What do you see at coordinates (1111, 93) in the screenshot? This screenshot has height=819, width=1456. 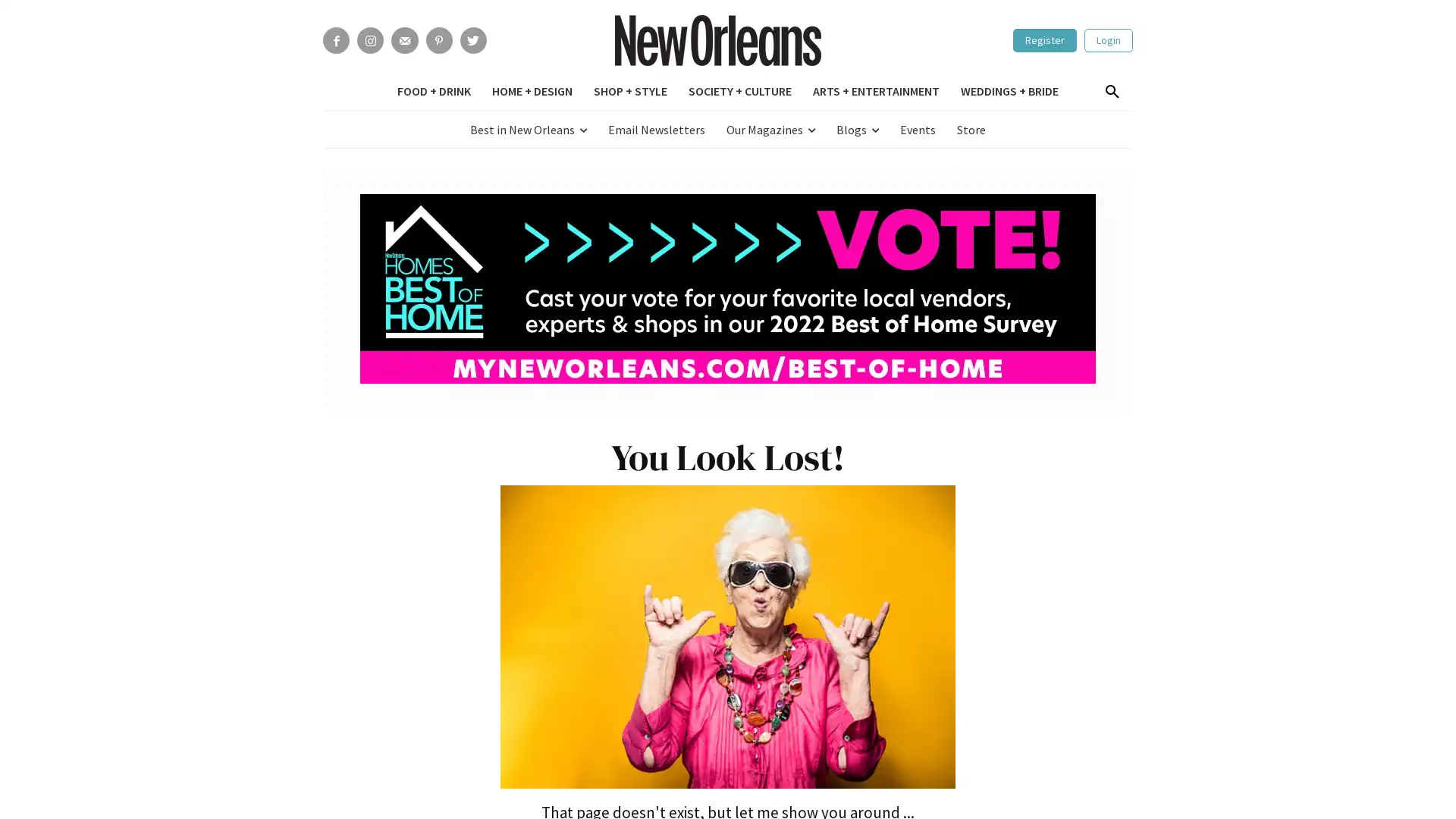 I see `Search` at bounding box center [1111, 93].